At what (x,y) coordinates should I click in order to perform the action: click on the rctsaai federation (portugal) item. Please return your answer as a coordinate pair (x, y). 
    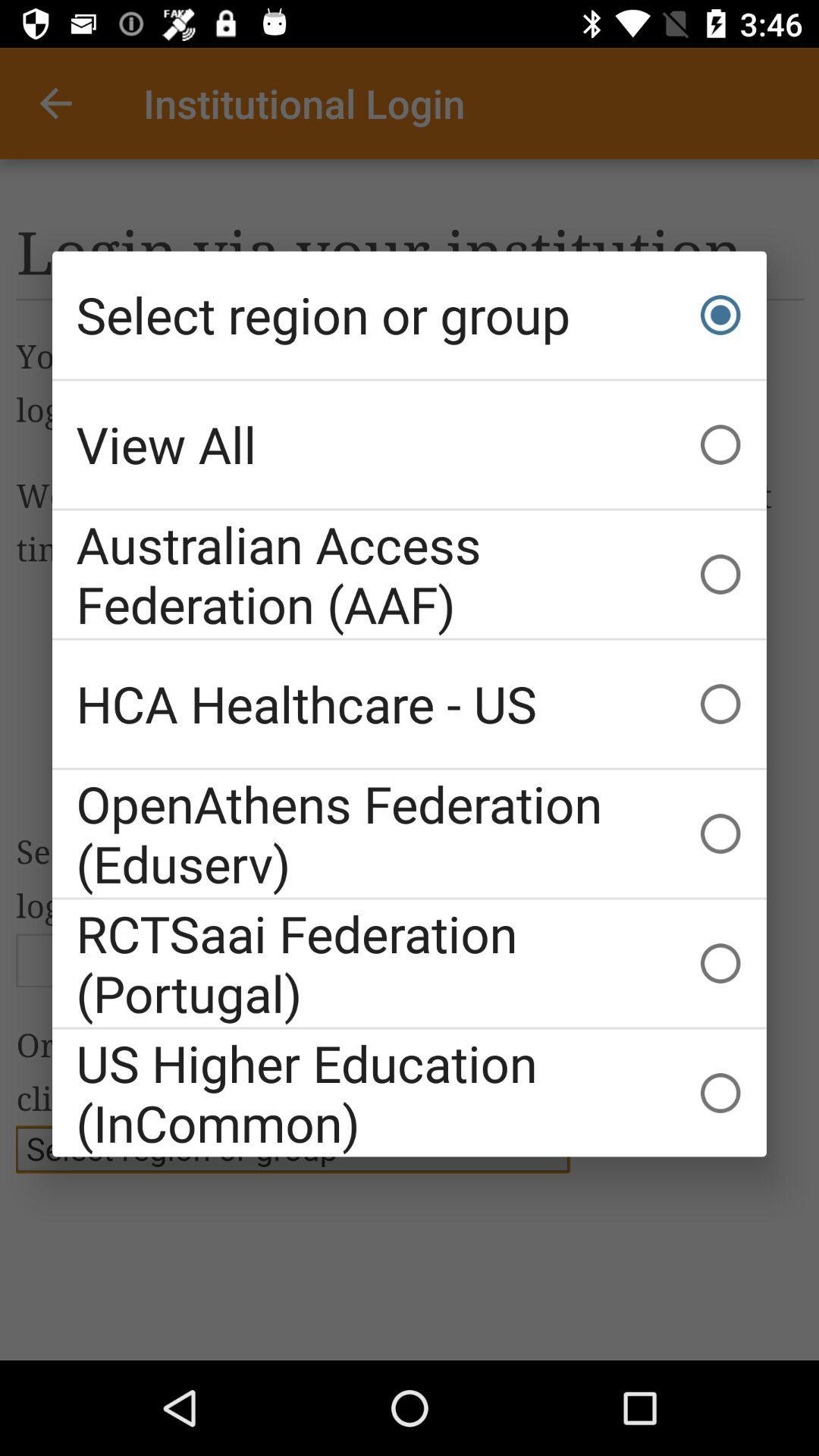
    Looking at the image, I should click on (409, 962).